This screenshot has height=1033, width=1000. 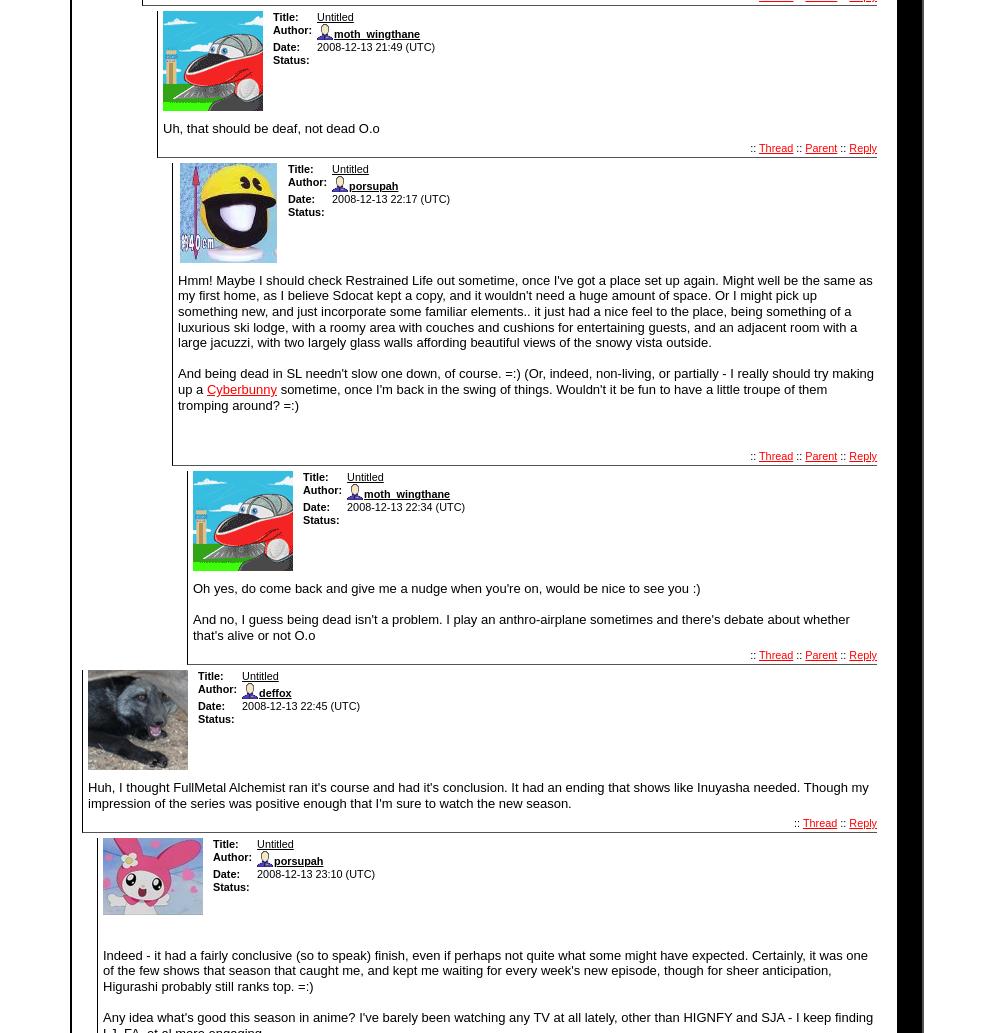 What do you see at coordinates (192, 586) in the screenshot?
I see `'Oh yes, do come back and give me a nudge when you're on, would be nice to see you :)'` at bounding box center [192, 586].